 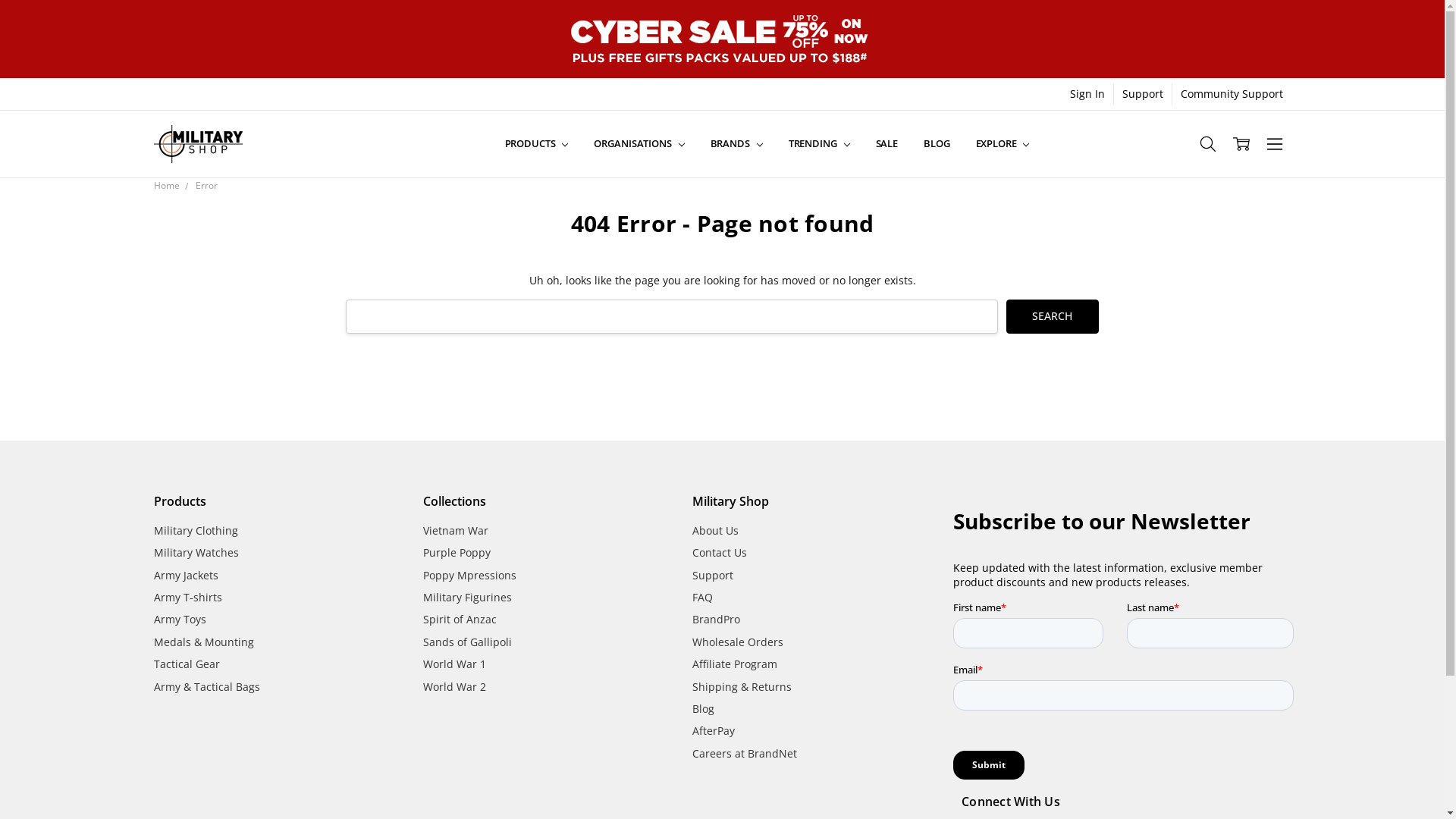 What do you see at coordinates (466, 596) in the screenshot?
I see `'Military Figurines'` at bounding box center [466, 596].